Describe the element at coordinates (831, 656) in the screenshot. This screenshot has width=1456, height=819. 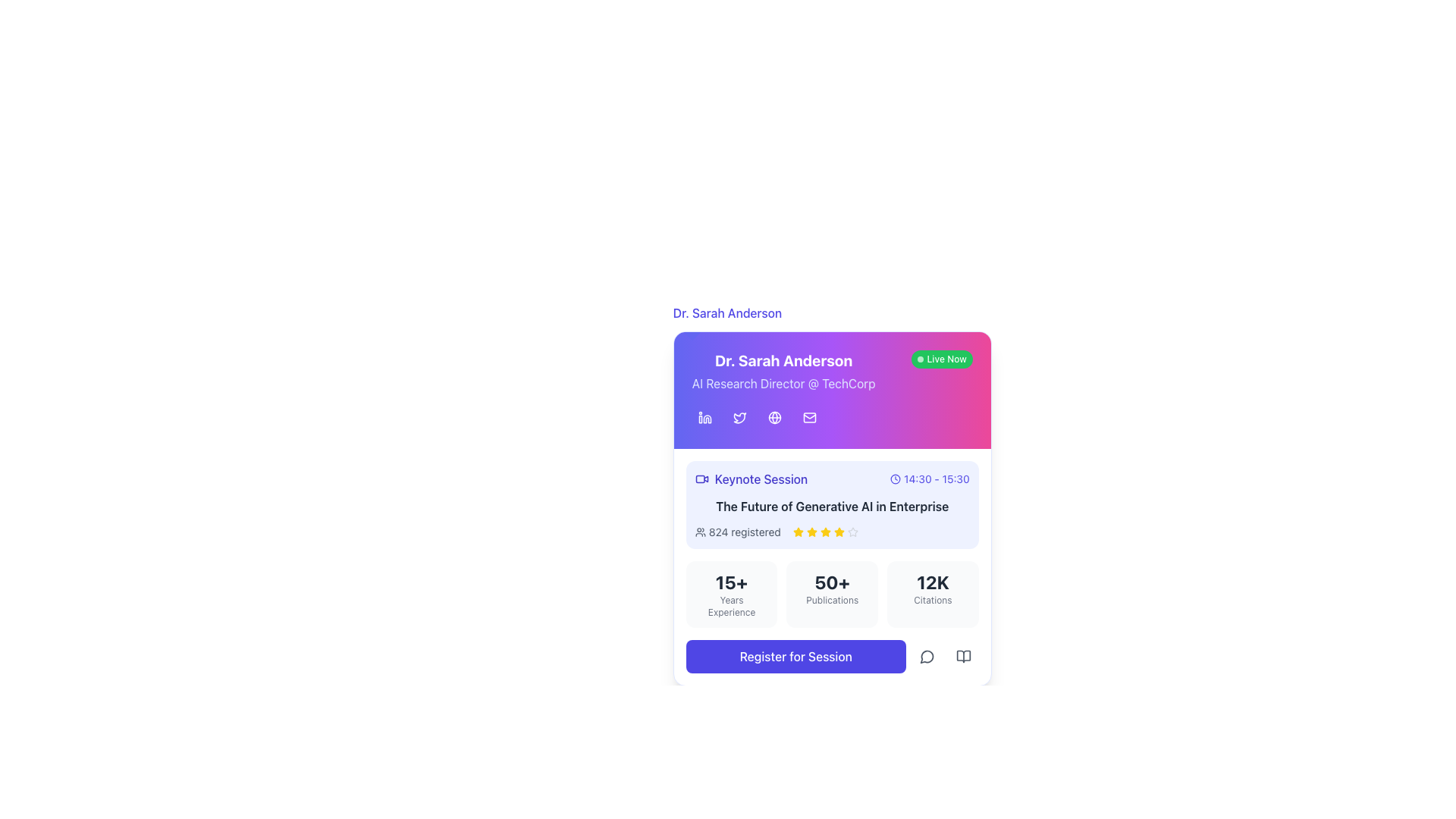
I see `the registration button located at the bottom of the informational card` at that location.